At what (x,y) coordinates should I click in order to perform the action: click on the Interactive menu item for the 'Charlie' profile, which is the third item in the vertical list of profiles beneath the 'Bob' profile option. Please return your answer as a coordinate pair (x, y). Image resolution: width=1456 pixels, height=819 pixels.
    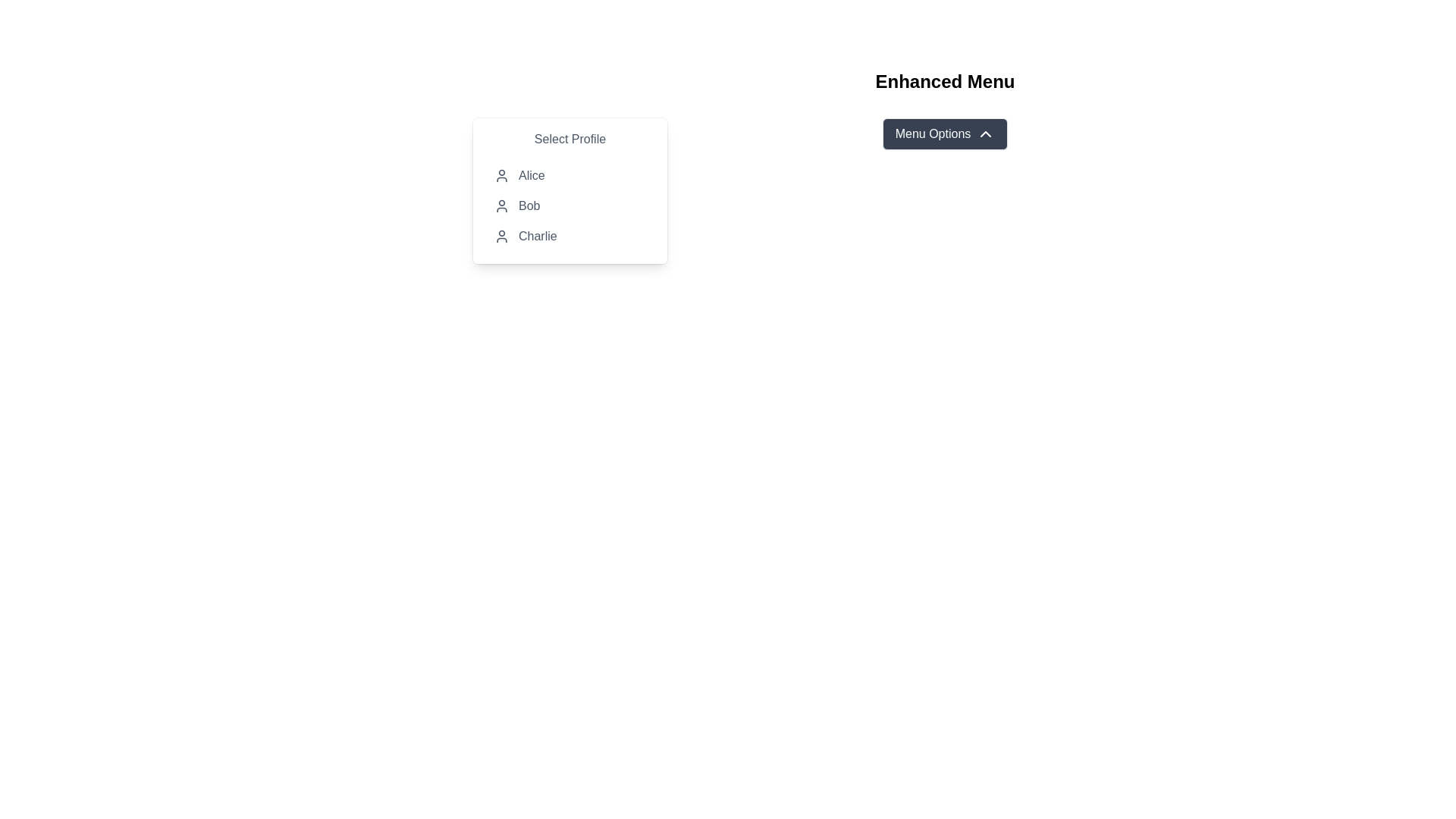
    Looking at the image, I should click on (524, 237).